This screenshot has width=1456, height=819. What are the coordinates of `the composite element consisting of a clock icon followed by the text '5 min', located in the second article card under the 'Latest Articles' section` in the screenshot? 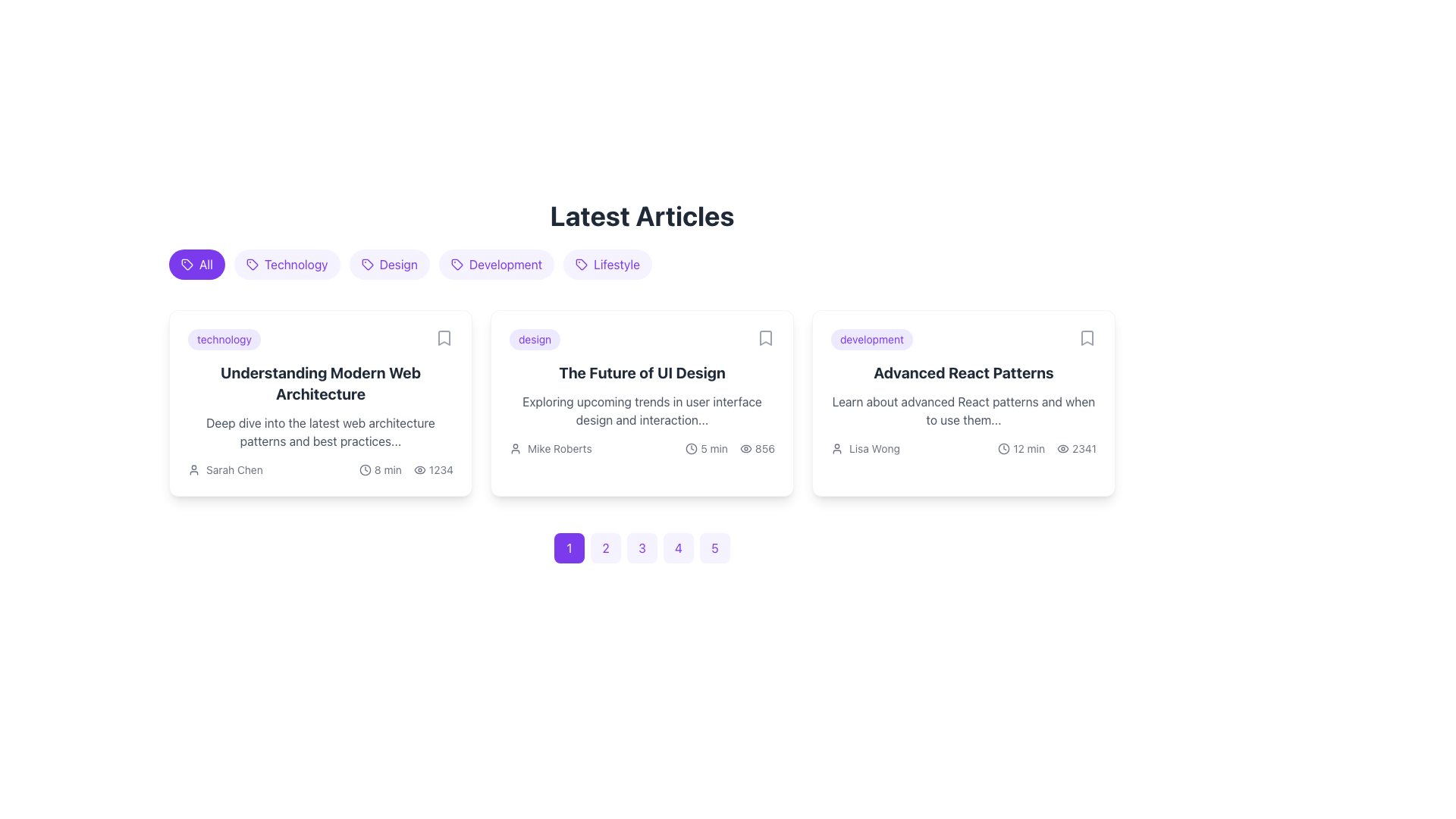 It's located at (706, 447).